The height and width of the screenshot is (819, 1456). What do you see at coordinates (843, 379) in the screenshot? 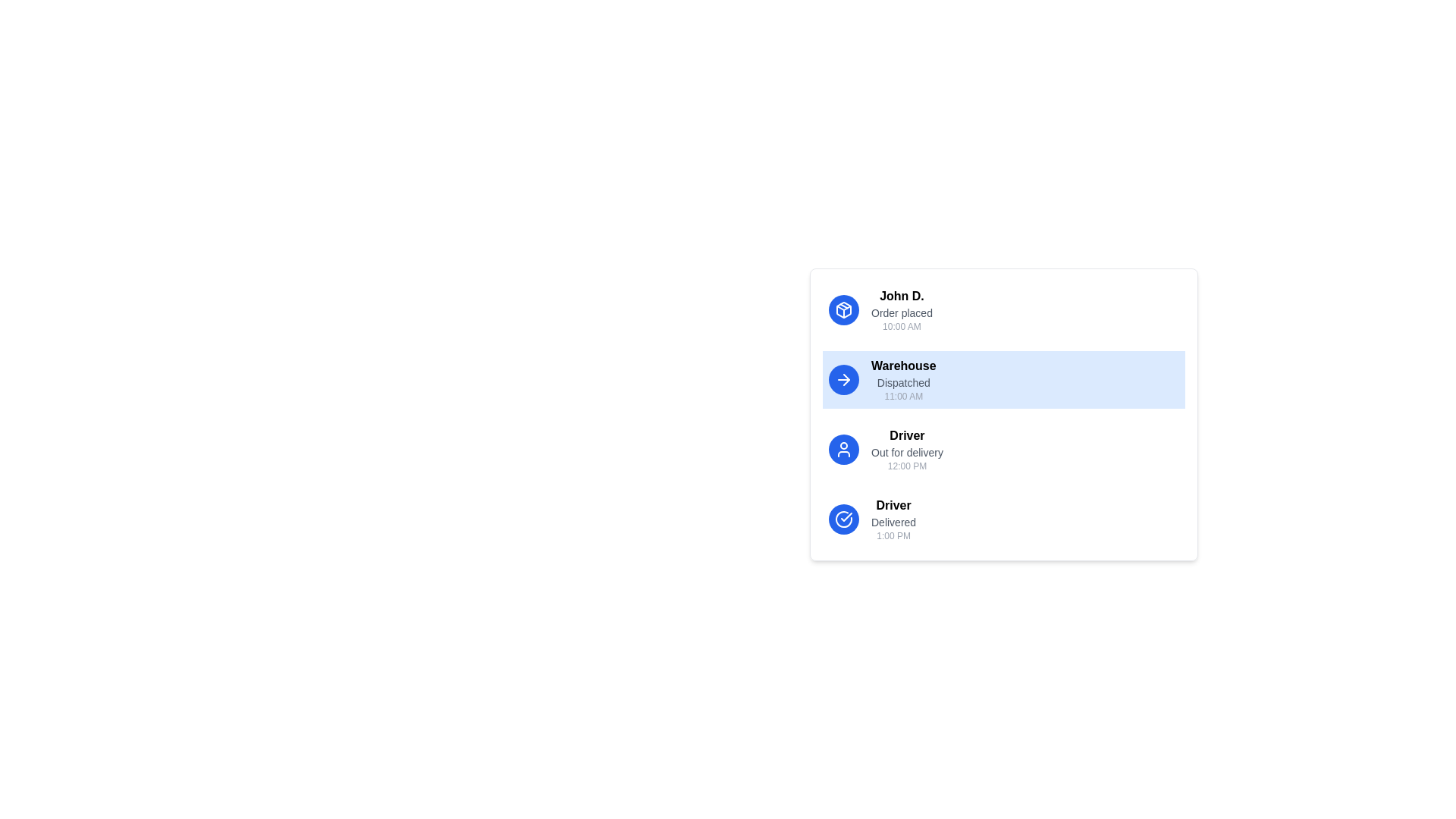
I see `the right-pointing arrow icon, which is styled with sharp geometric lines and is located on a blue circular button to the left of the 'Warehouse' text` at bounding box center [843, 379].